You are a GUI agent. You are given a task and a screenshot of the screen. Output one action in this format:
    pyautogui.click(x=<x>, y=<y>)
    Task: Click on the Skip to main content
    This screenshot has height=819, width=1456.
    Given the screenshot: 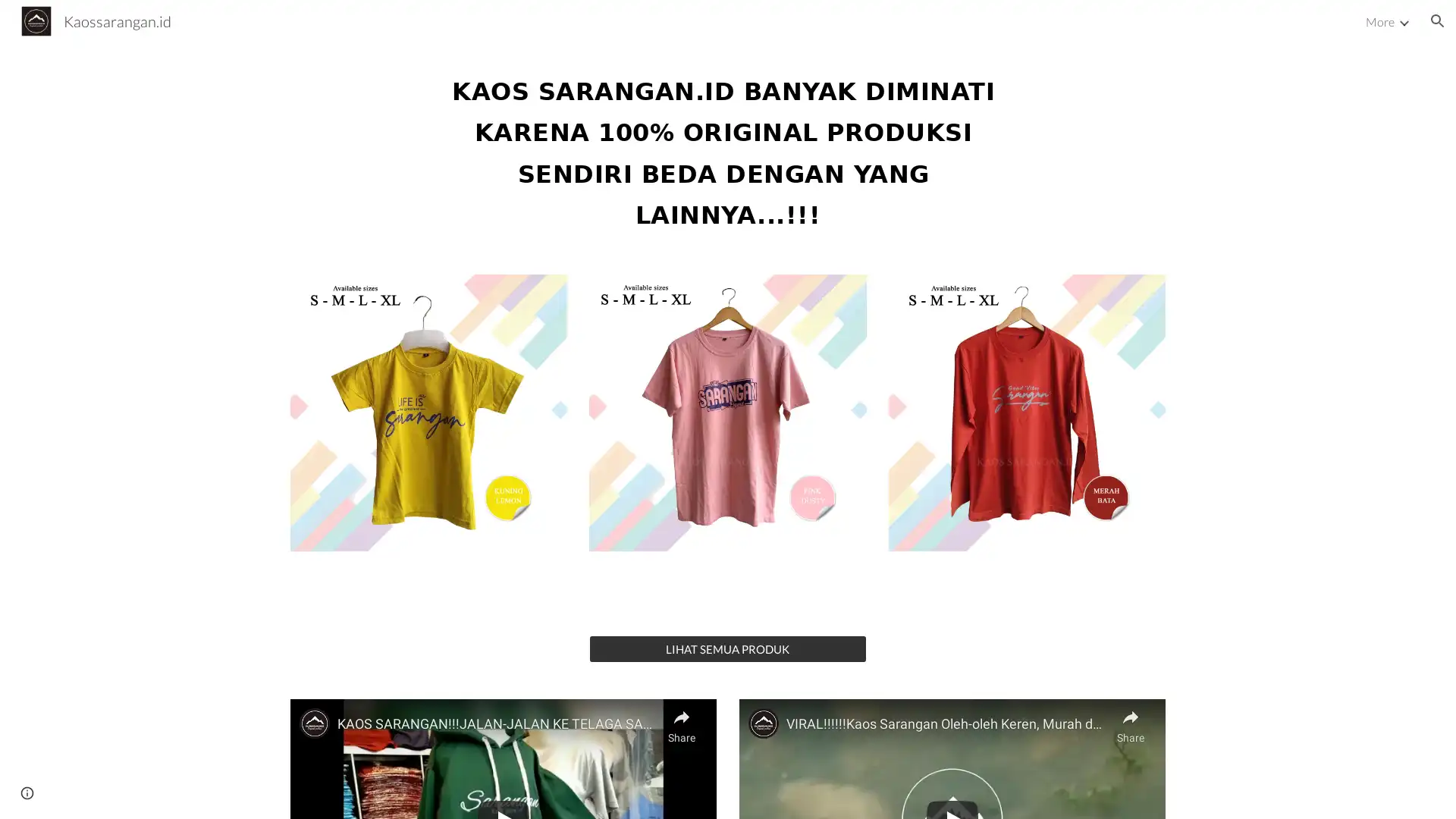 What is the action you would take?
    pyautogui.click(x=597, y=28)
    